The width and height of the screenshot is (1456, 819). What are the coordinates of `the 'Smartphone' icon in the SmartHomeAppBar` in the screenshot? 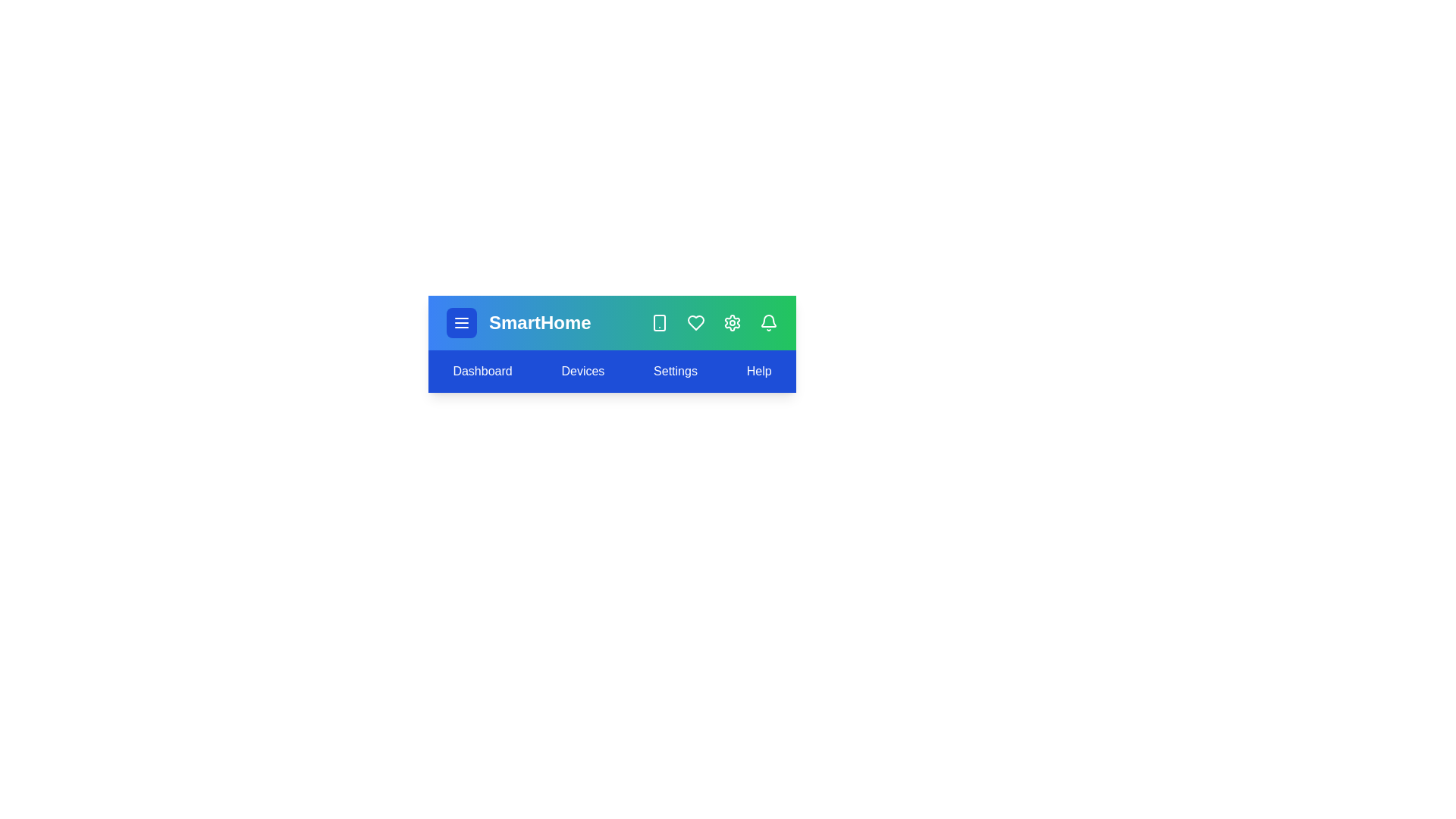 It's located at (659, 322).